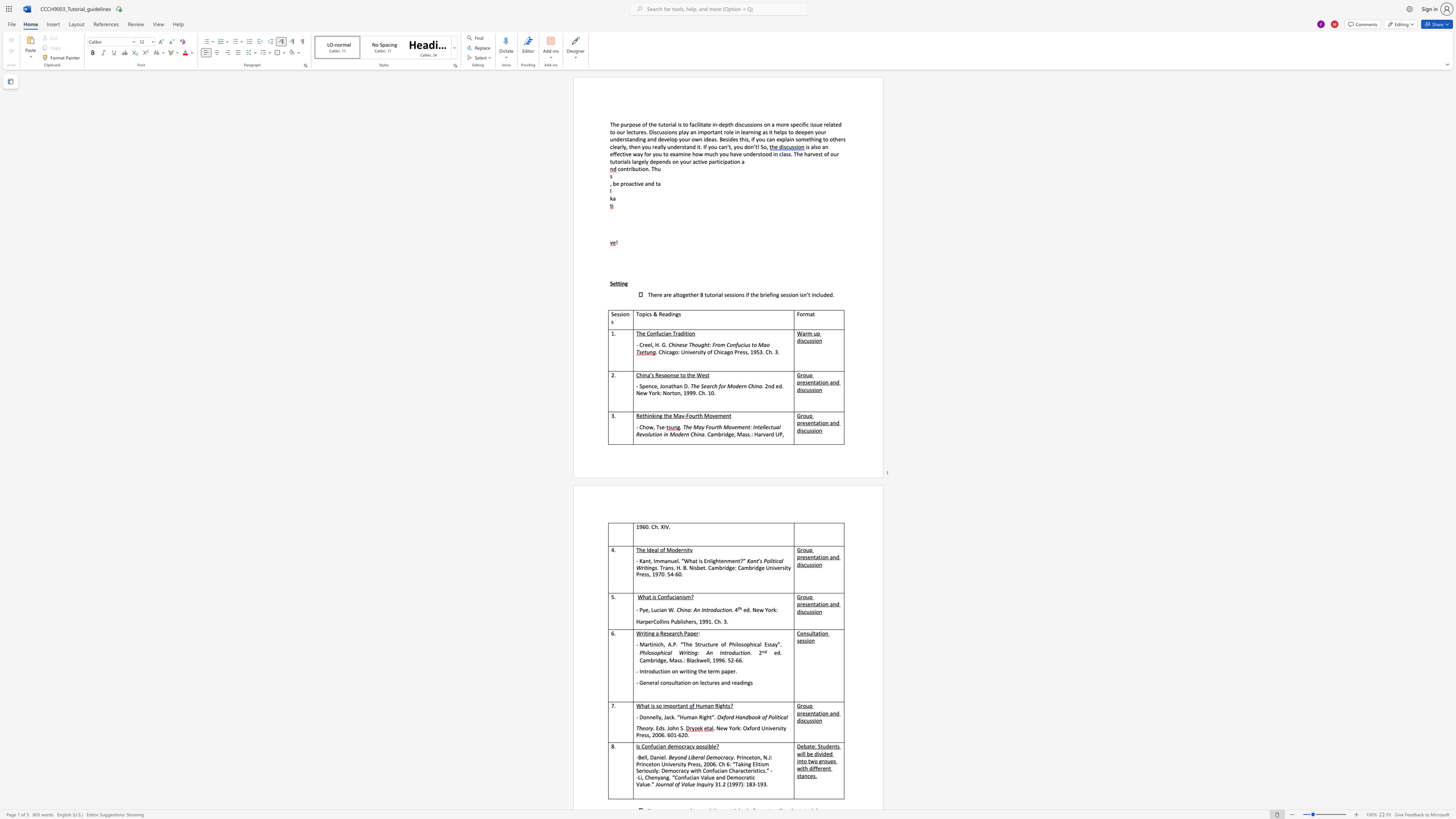  I want to click on the subset text "ch P" within the text "a Research Paper", so click(677, 633).